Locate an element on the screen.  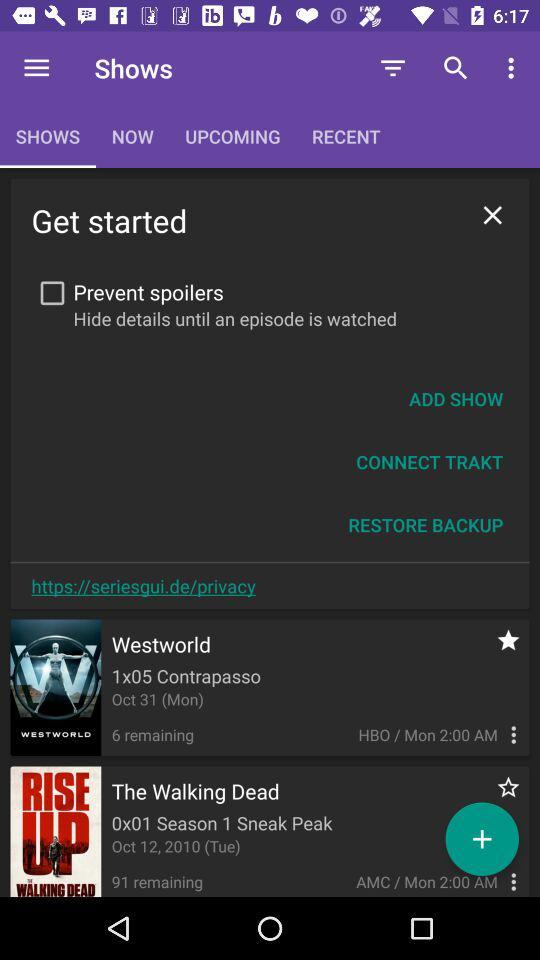
connect trakt icon is located at coordinates (428, 462).